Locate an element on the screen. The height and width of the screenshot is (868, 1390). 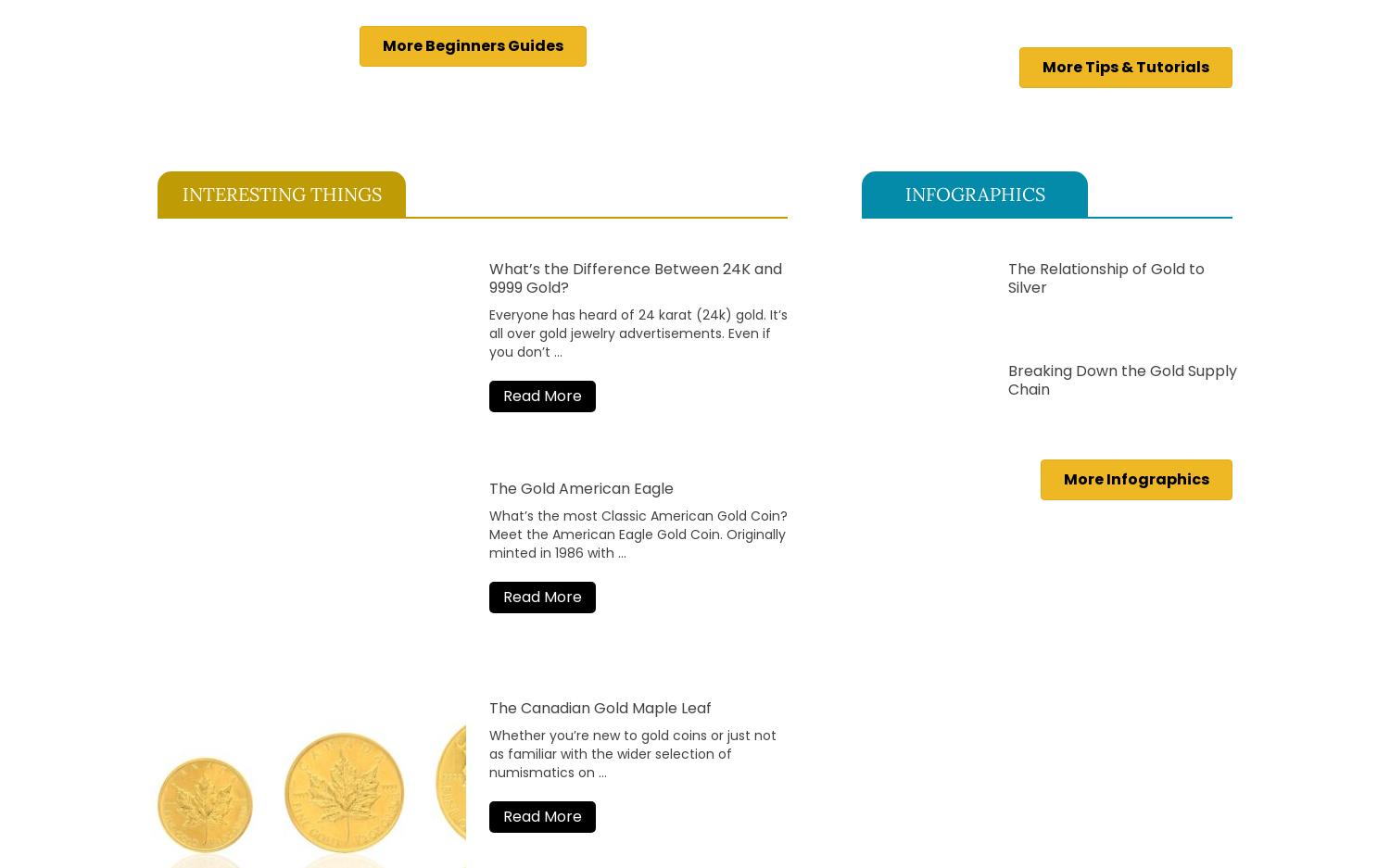
'What’s the most Classic American Gold' is located at coordinates (618, 515).